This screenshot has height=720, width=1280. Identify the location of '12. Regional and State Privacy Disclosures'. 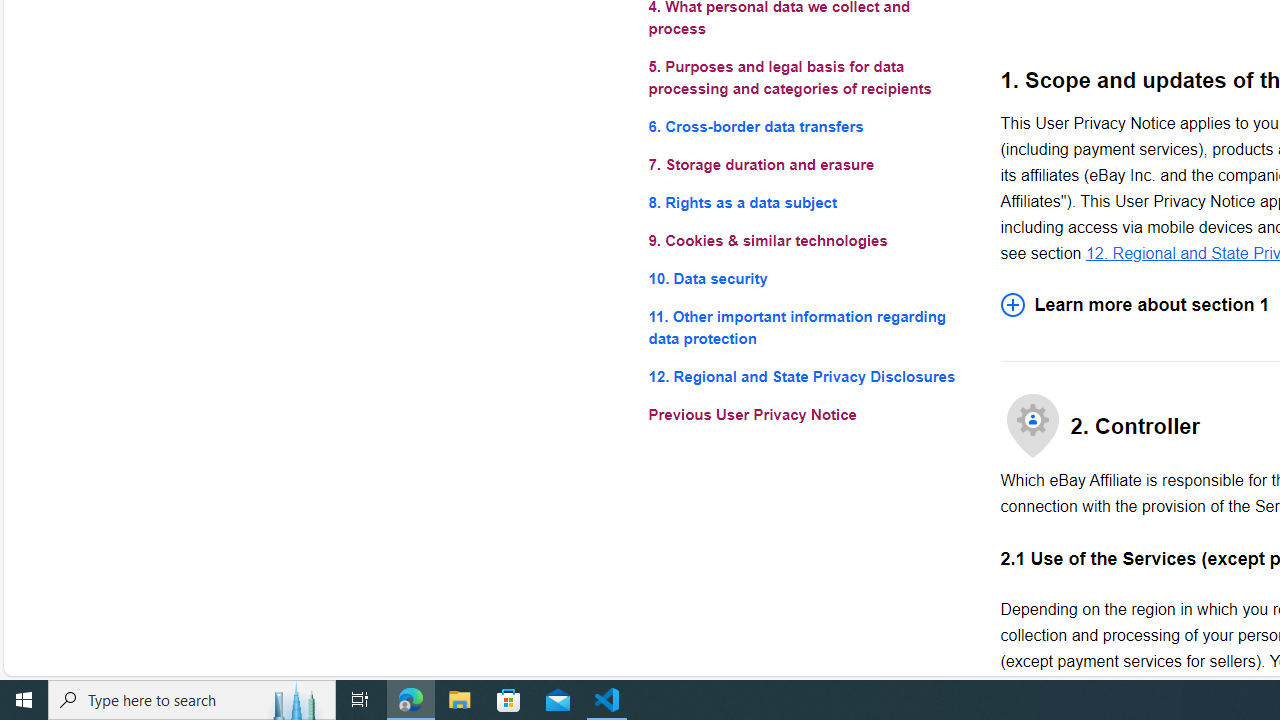
(808, 377).